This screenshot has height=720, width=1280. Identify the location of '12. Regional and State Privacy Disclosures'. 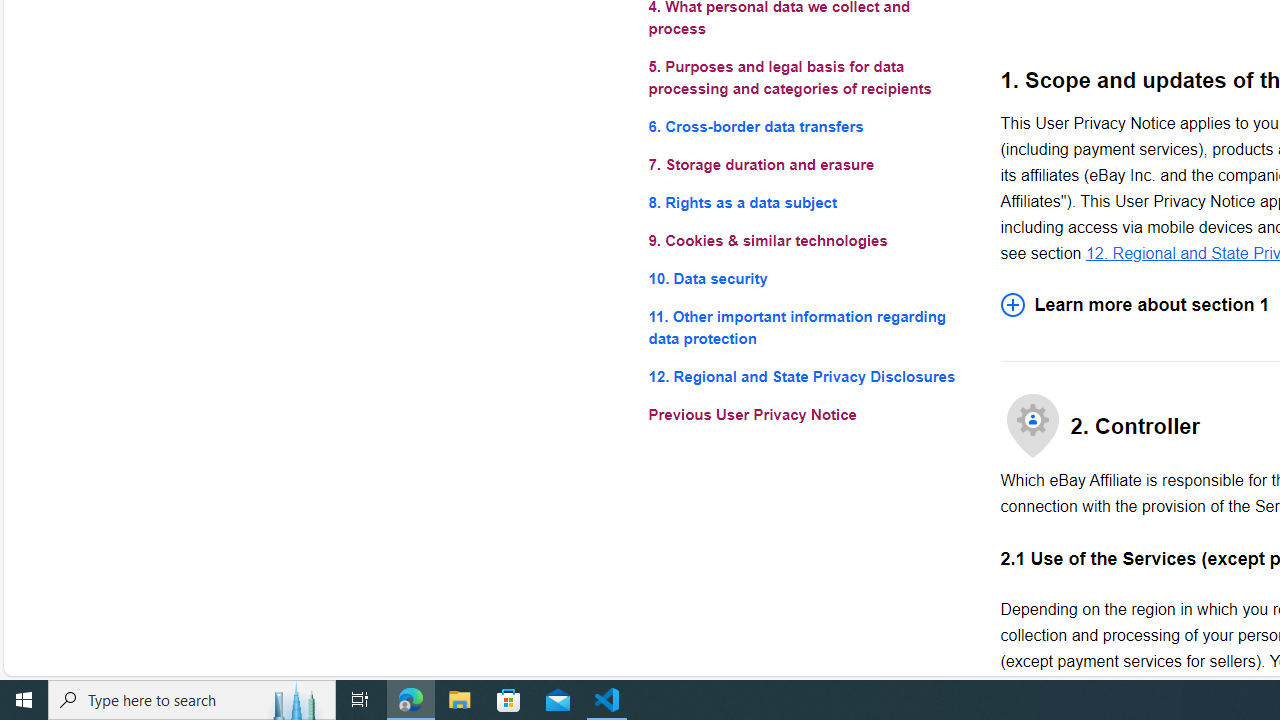
(808, 377).